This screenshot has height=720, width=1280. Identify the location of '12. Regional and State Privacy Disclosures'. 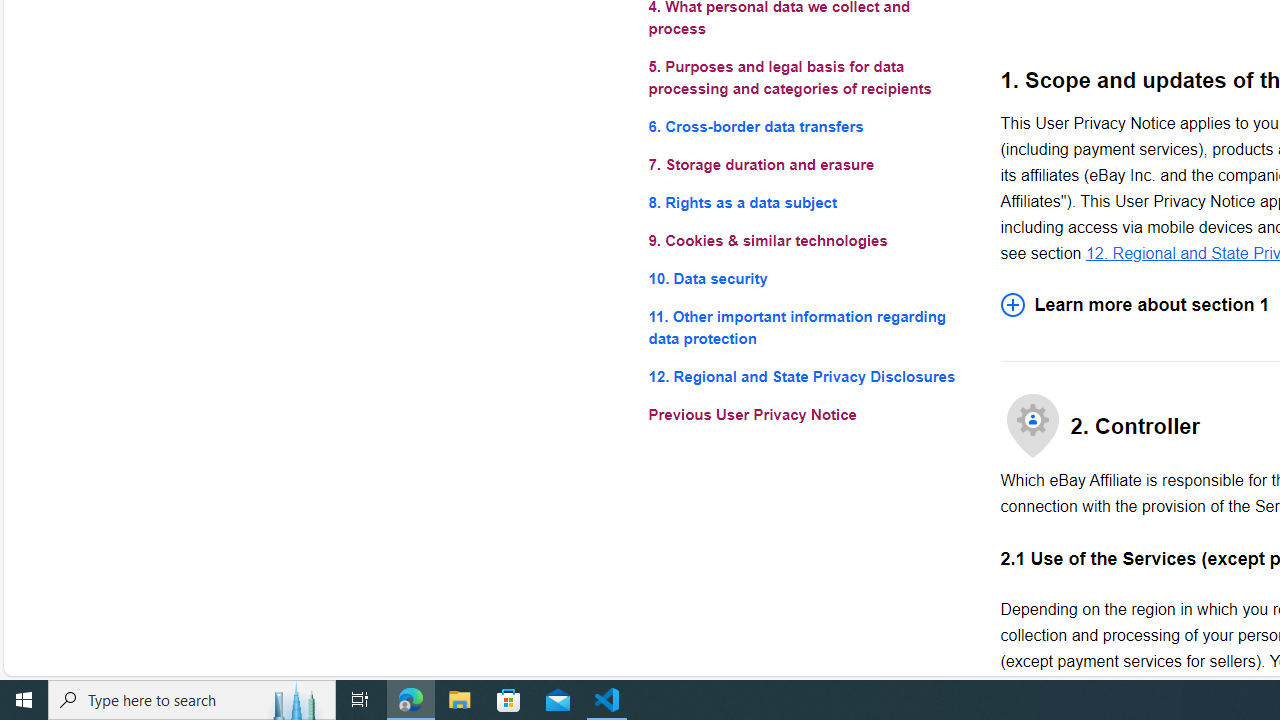
(808, 377).